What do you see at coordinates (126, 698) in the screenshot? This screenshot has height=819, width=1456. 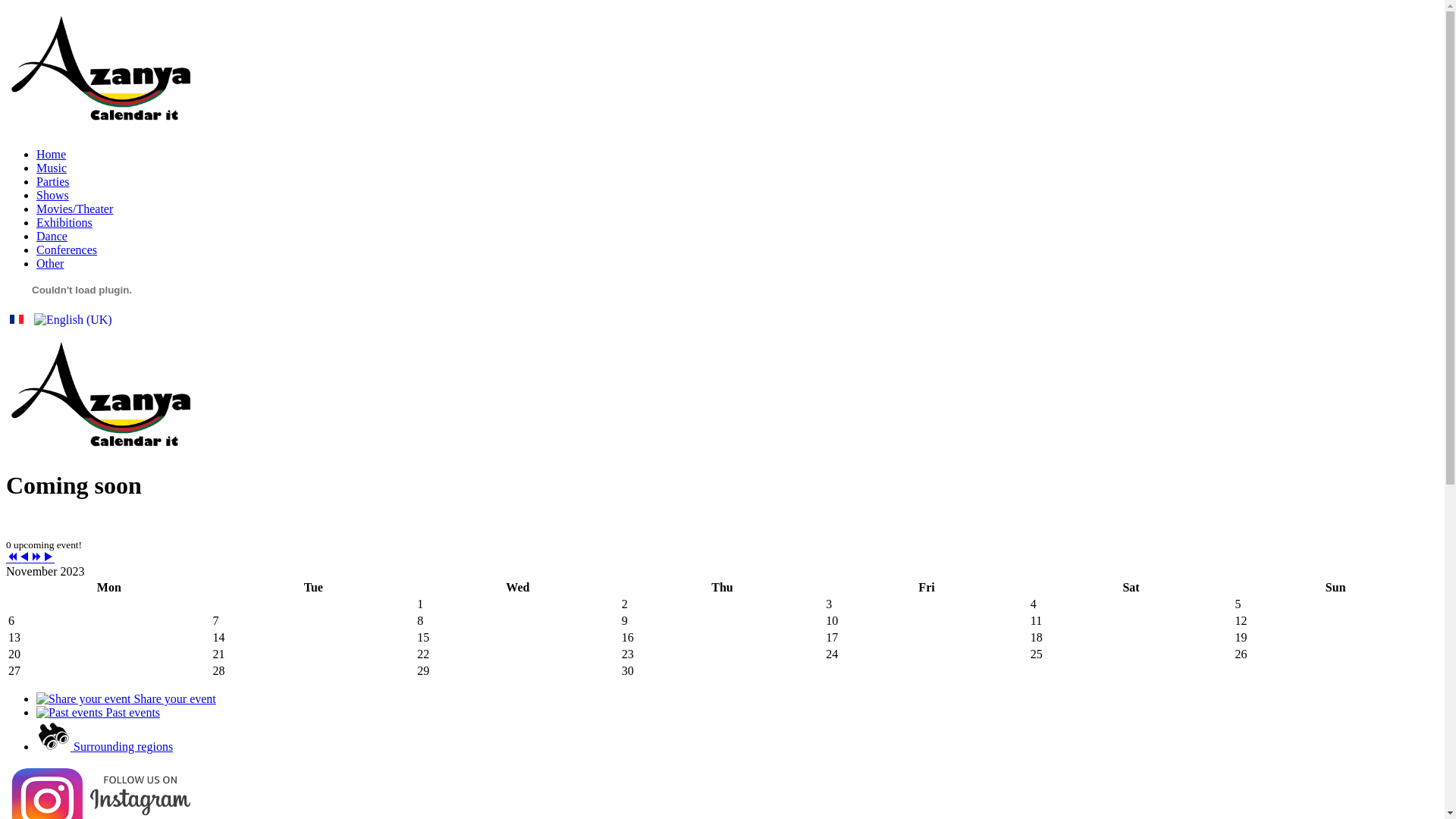 I see `'Share your event'` at bounding box center [126, 698].